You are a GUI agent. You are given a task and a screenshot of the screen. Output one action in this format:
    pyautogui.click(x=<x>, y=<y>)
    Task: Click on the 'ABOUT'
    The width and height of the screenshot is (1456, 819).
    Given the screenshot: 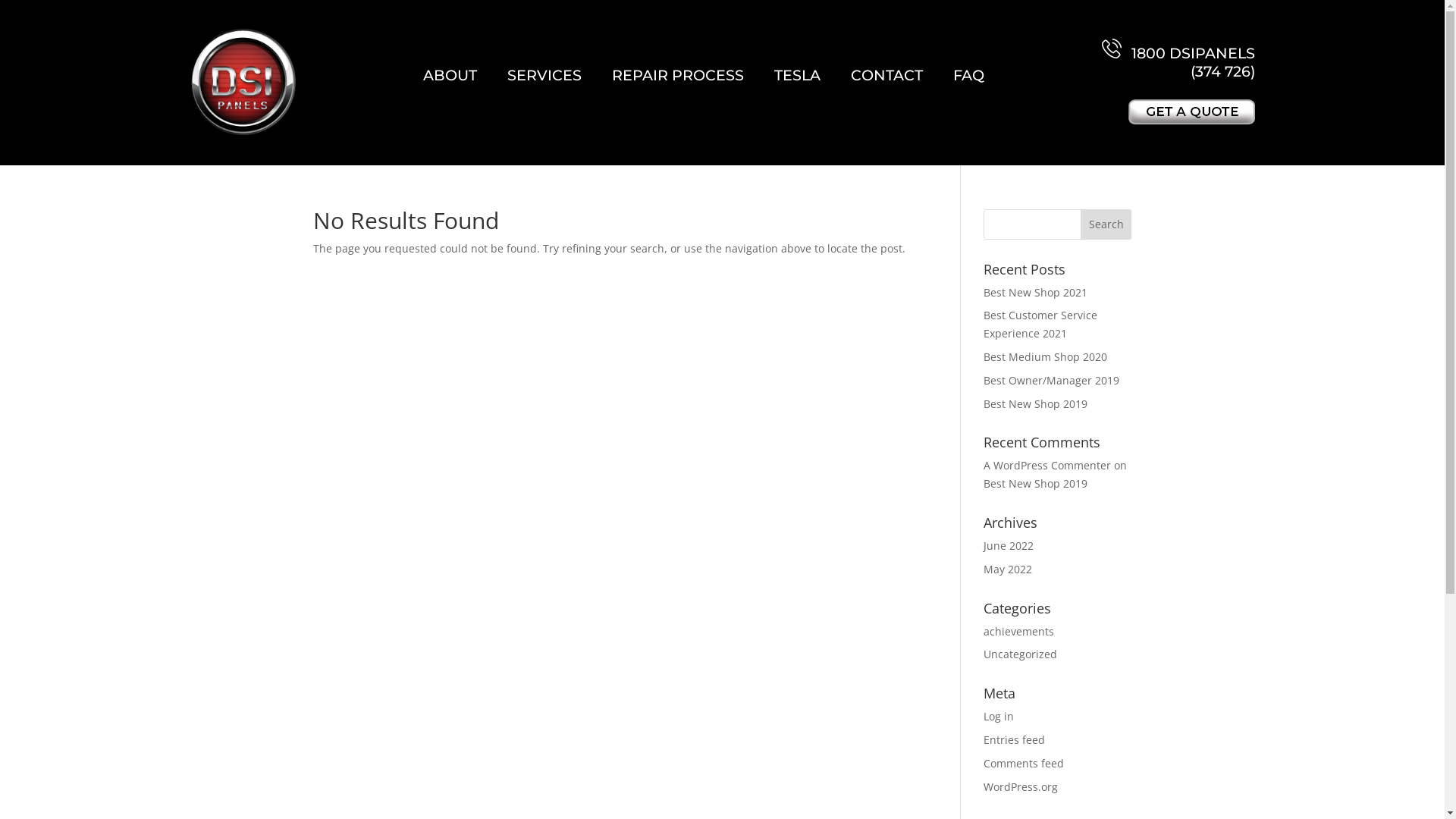 What is the action you would take?
    pyautogui.click(x=449, y=75)
    